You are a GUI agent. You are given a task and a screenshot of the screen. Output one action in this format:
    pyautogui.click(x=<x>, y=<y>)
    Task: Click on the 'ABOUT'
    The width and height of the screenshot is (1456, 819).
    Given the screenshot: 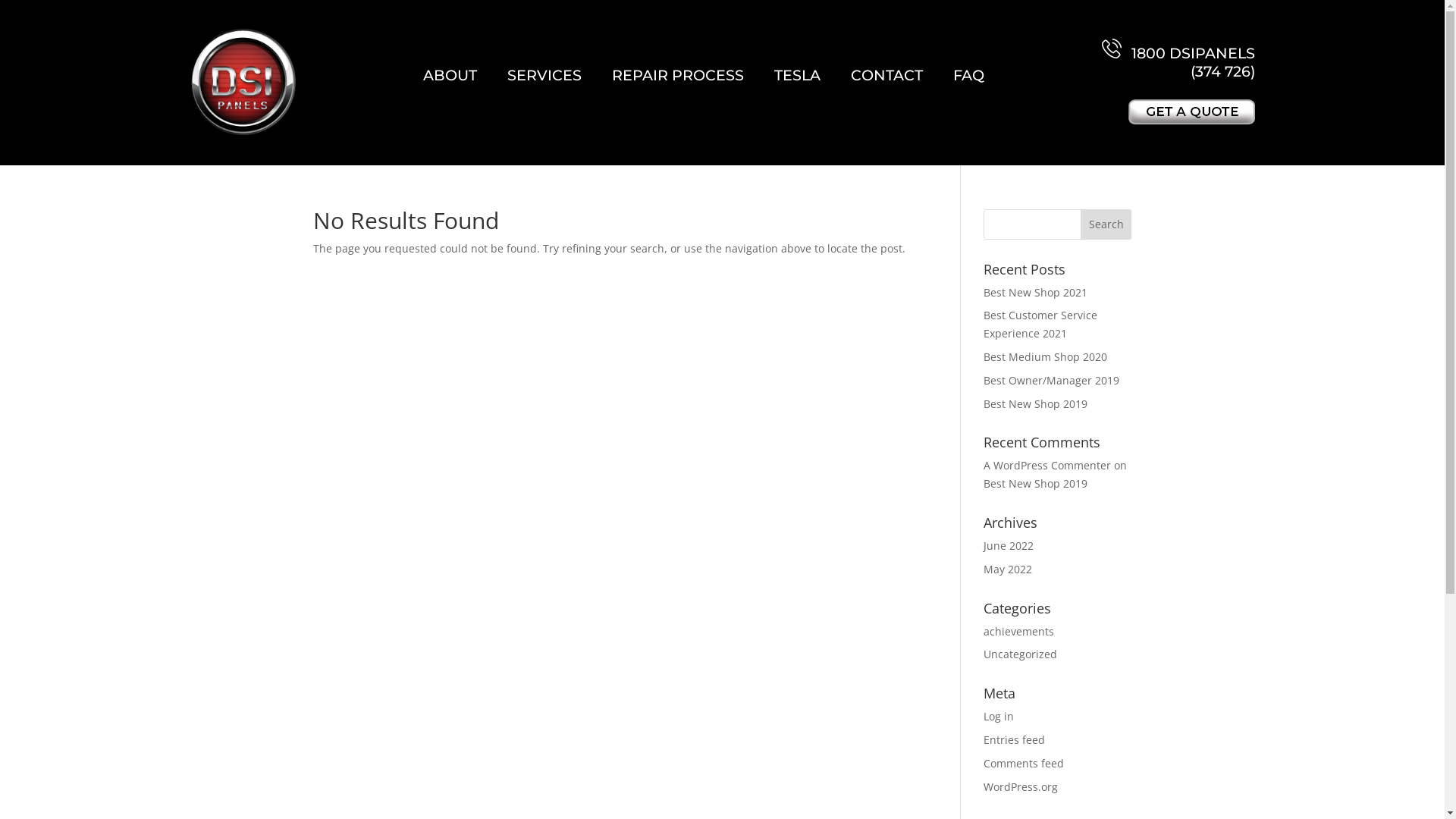 What is the action you would take?
    pyautogui.click(x=449, y=75)
    